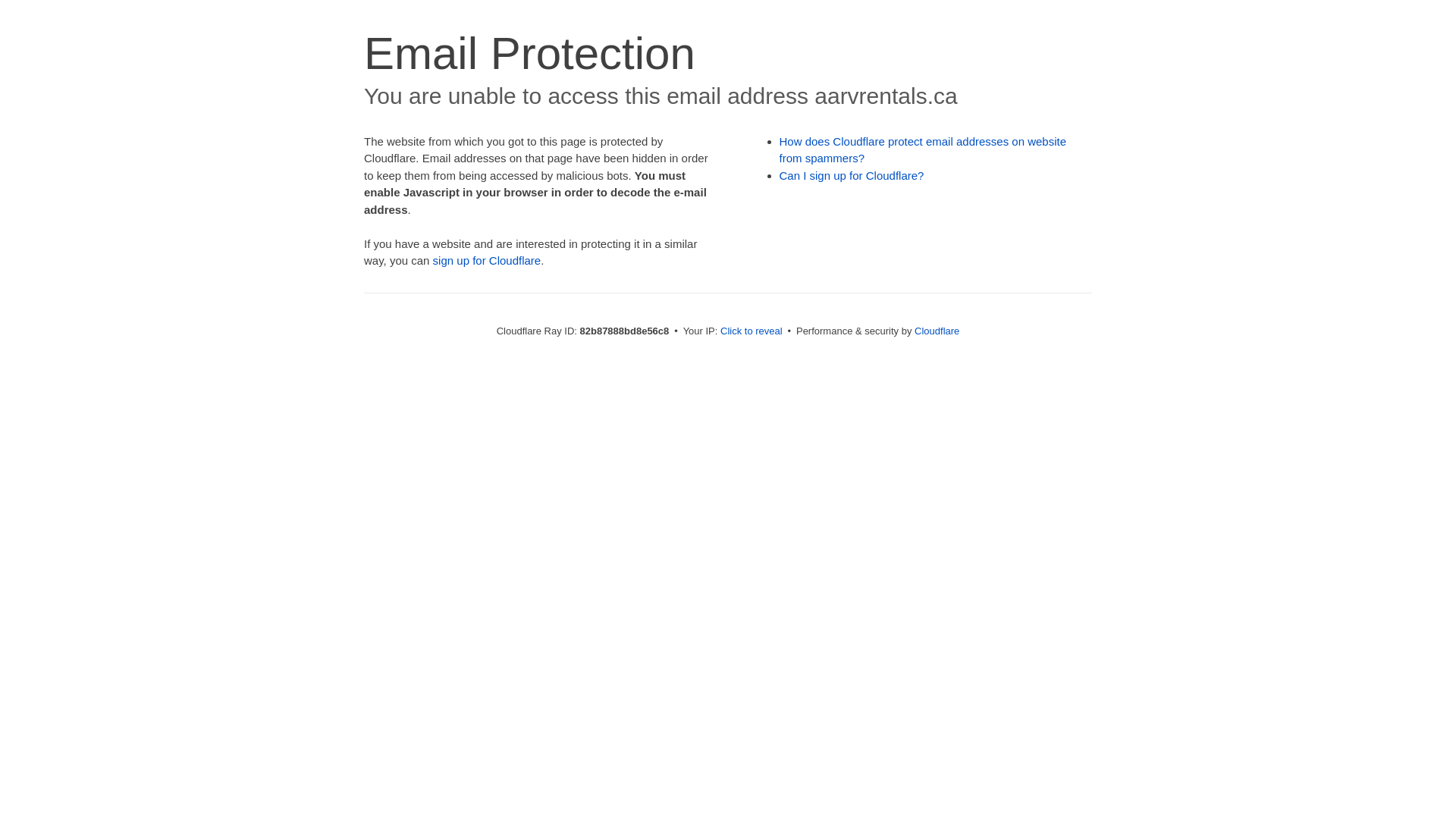 The height and width of the screenshot is (819, 1456). I want to click on 'Cloudflare', so click(936, 330).